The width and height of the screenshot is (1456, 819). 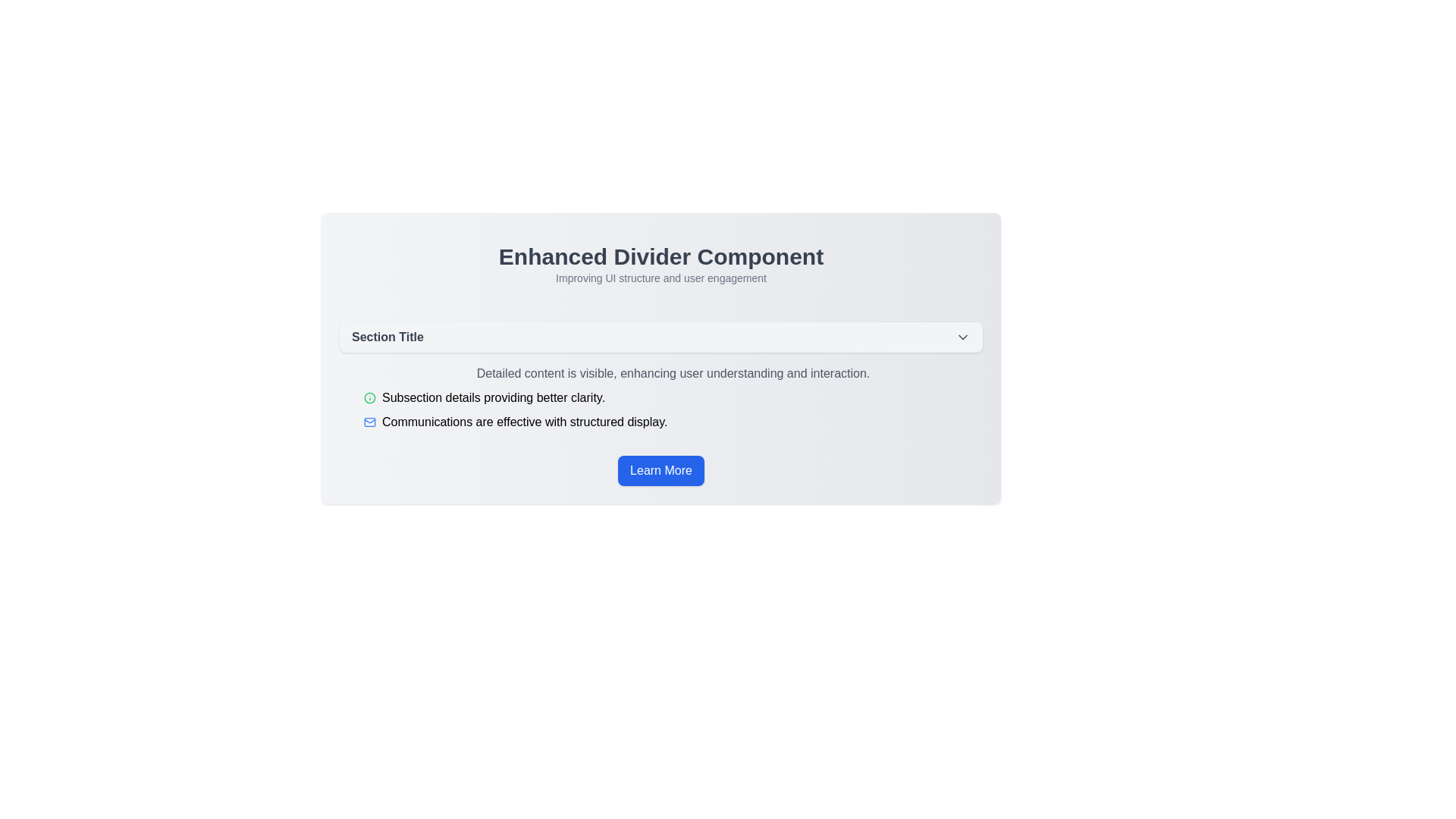 I want to click on the button with a blue background and white text reading 'Learn More', so click(x=661, y=470).